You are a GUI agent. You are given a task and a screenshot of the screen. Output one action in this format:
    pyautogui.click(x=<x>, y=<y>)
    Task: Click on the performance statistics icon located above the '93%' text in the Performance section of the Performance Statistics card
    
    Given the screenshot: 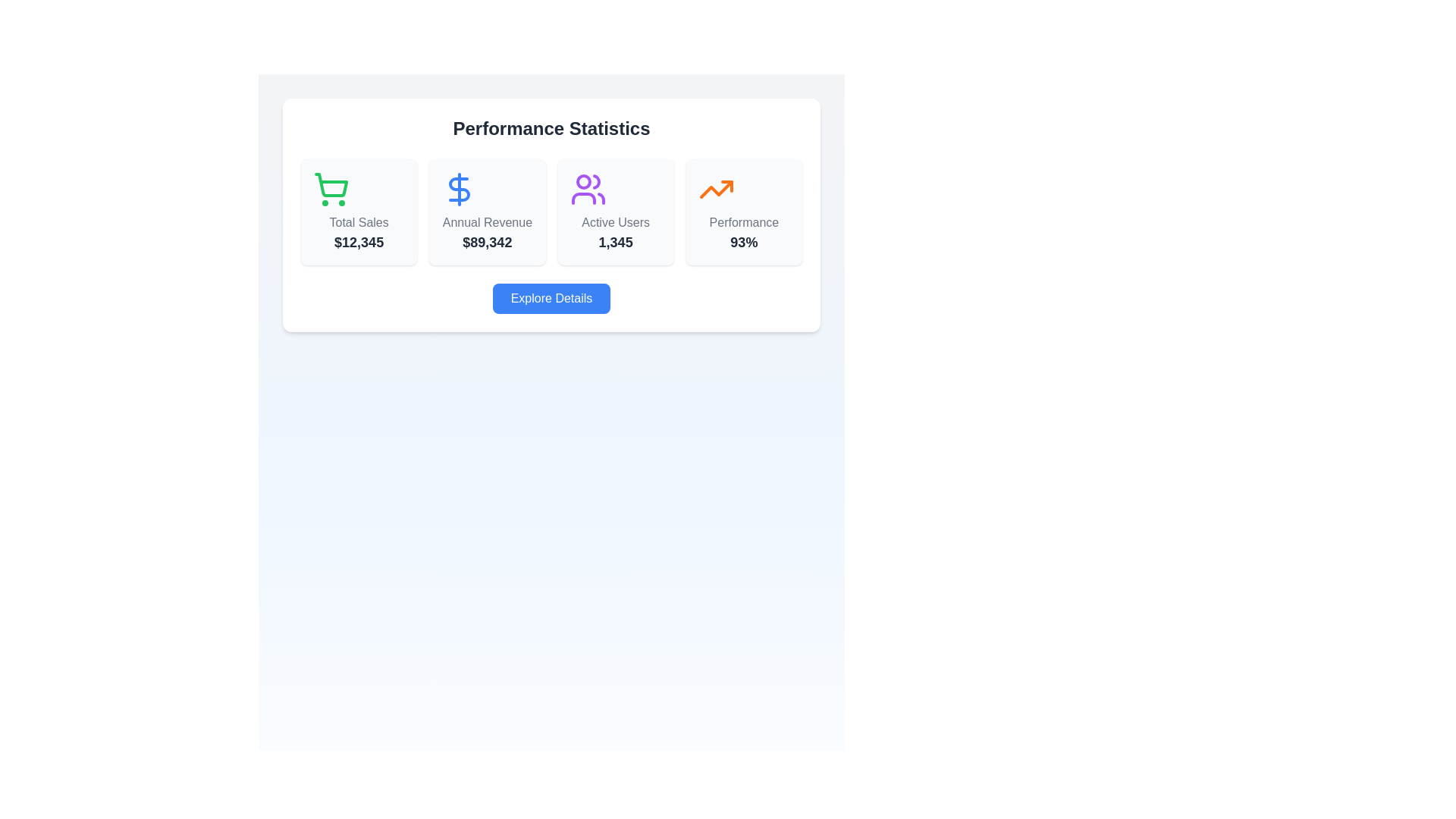 What is the action you would take?
    pyautogui.click(x=715, y=189)
    